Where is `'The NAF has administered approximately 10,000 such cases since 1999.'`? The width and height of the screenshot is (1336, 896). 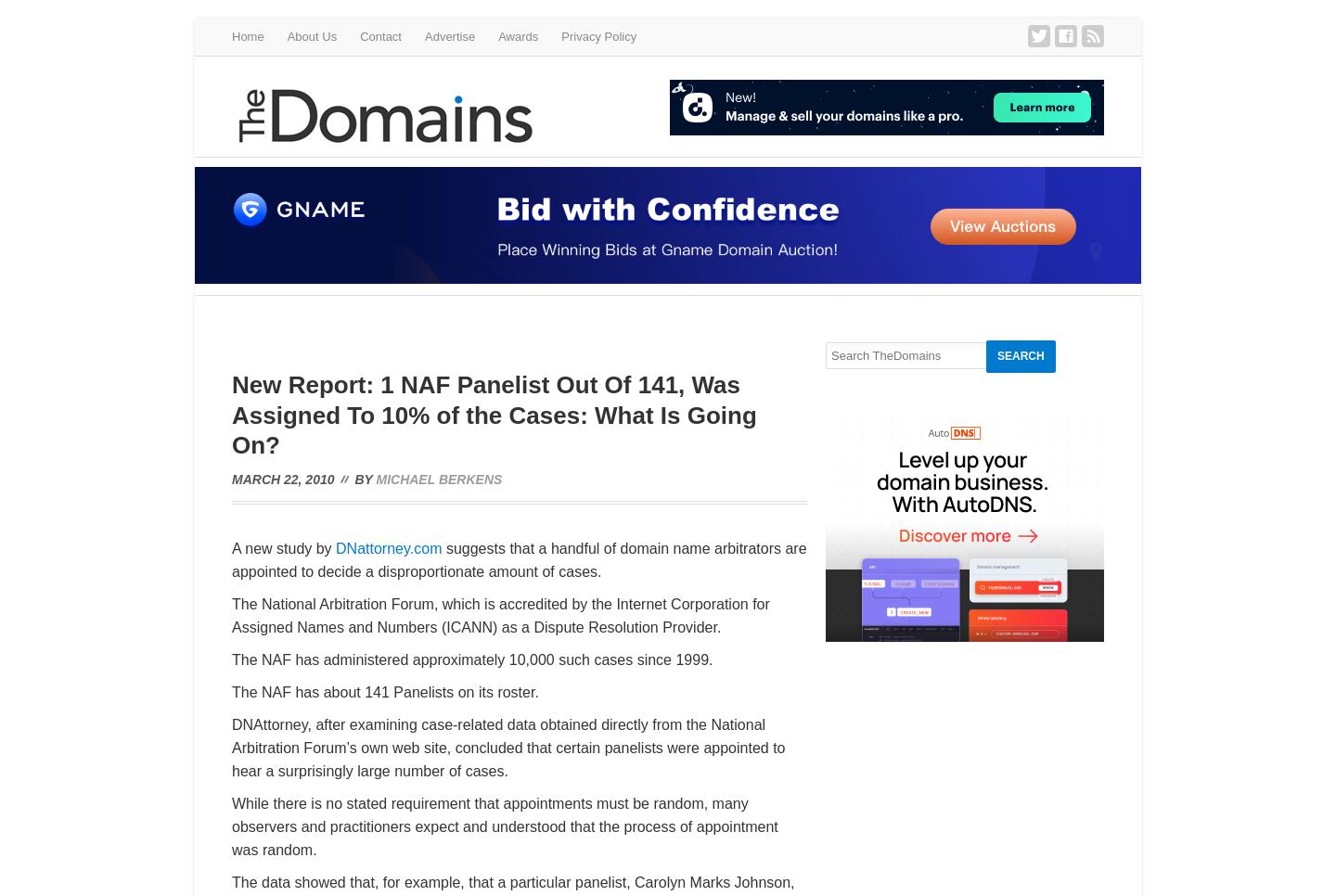
'The NAF has administered approximately 10,000 such cases since 1999.' is located at coordinates (471, 659).